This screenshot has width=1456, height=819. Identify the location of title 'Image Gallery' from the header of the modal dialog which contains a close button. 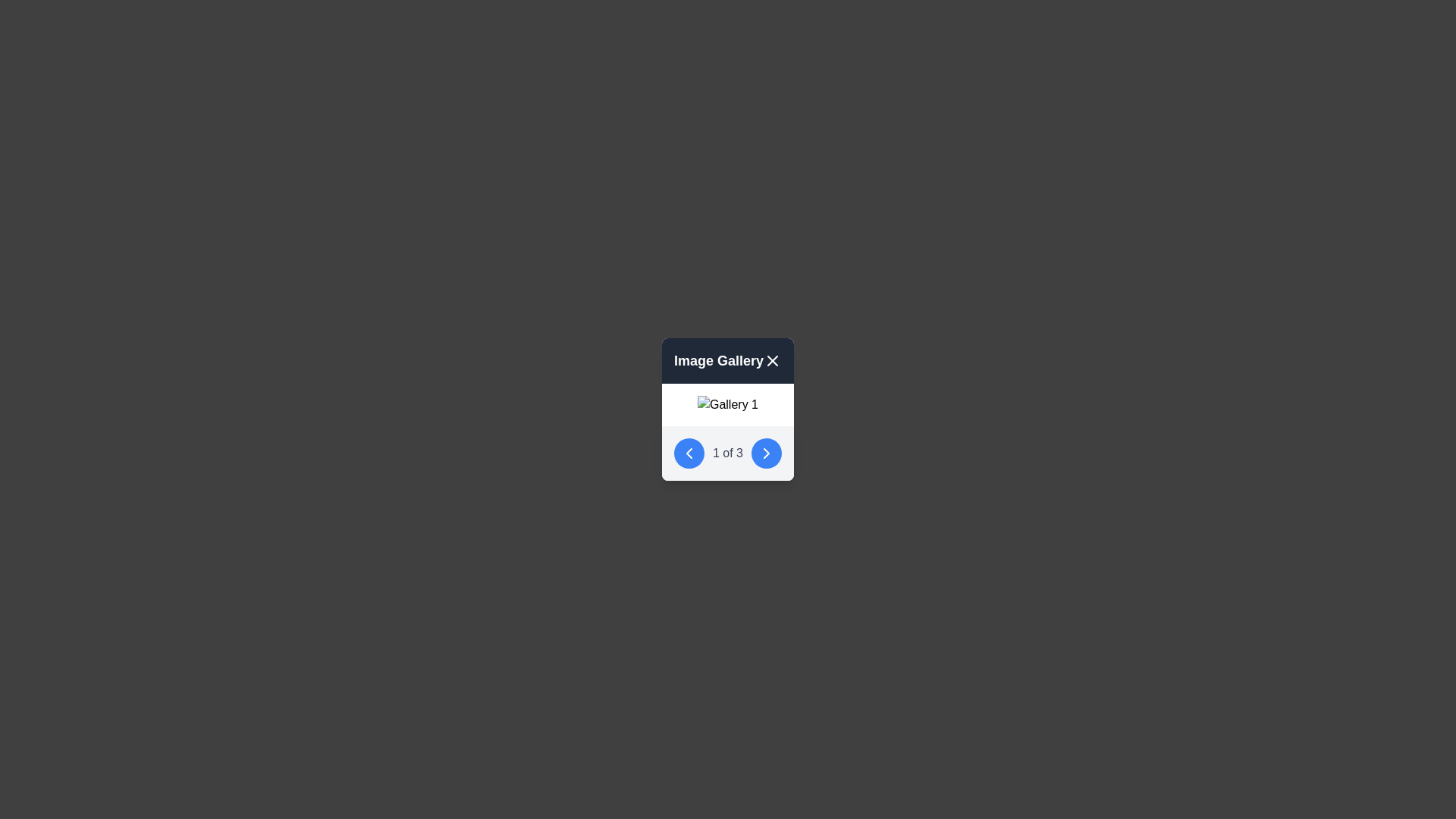
(728, 360).